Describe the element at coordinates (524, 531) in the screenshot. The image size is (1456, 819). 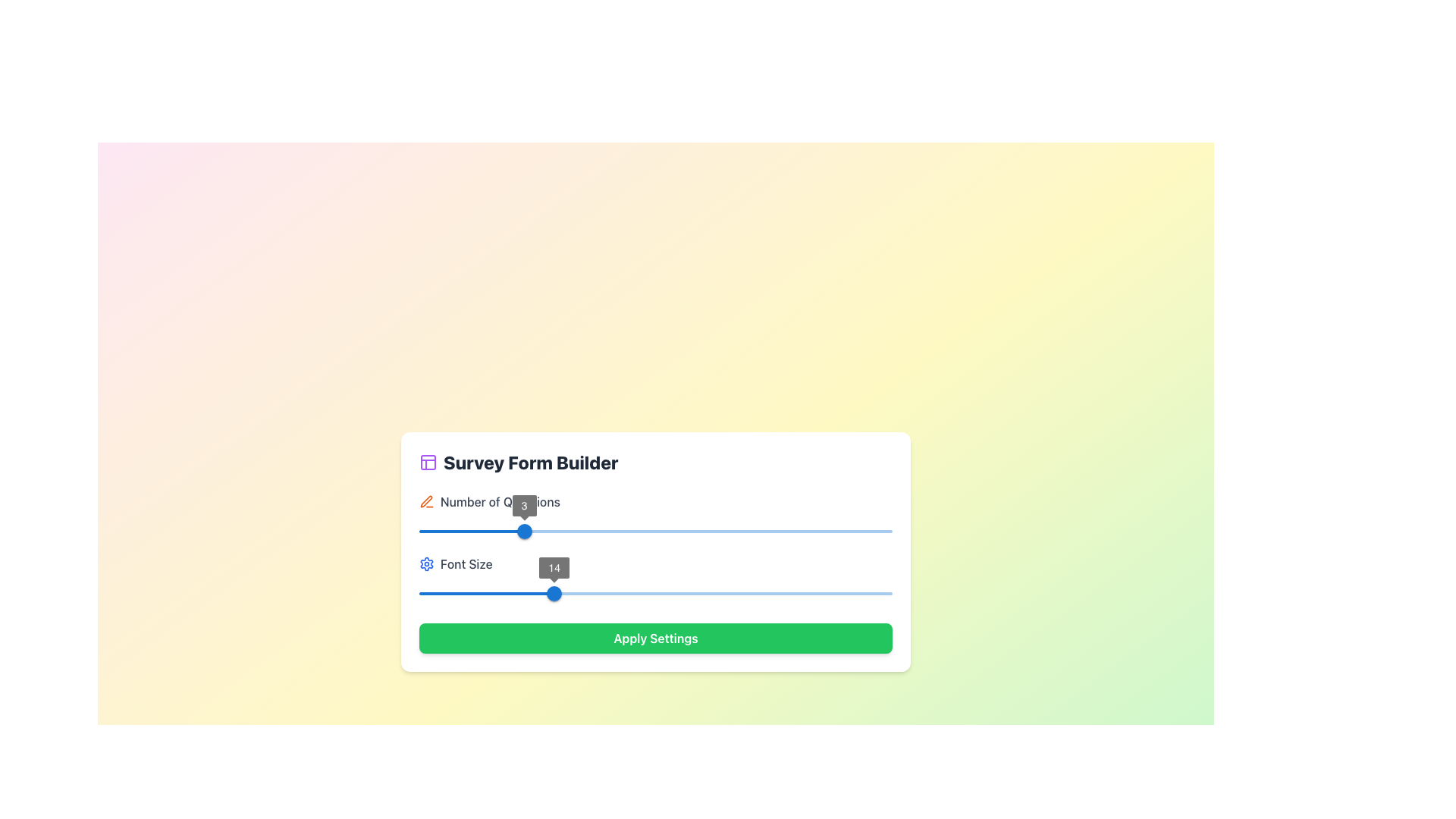
I see `the number of questions` at that location.